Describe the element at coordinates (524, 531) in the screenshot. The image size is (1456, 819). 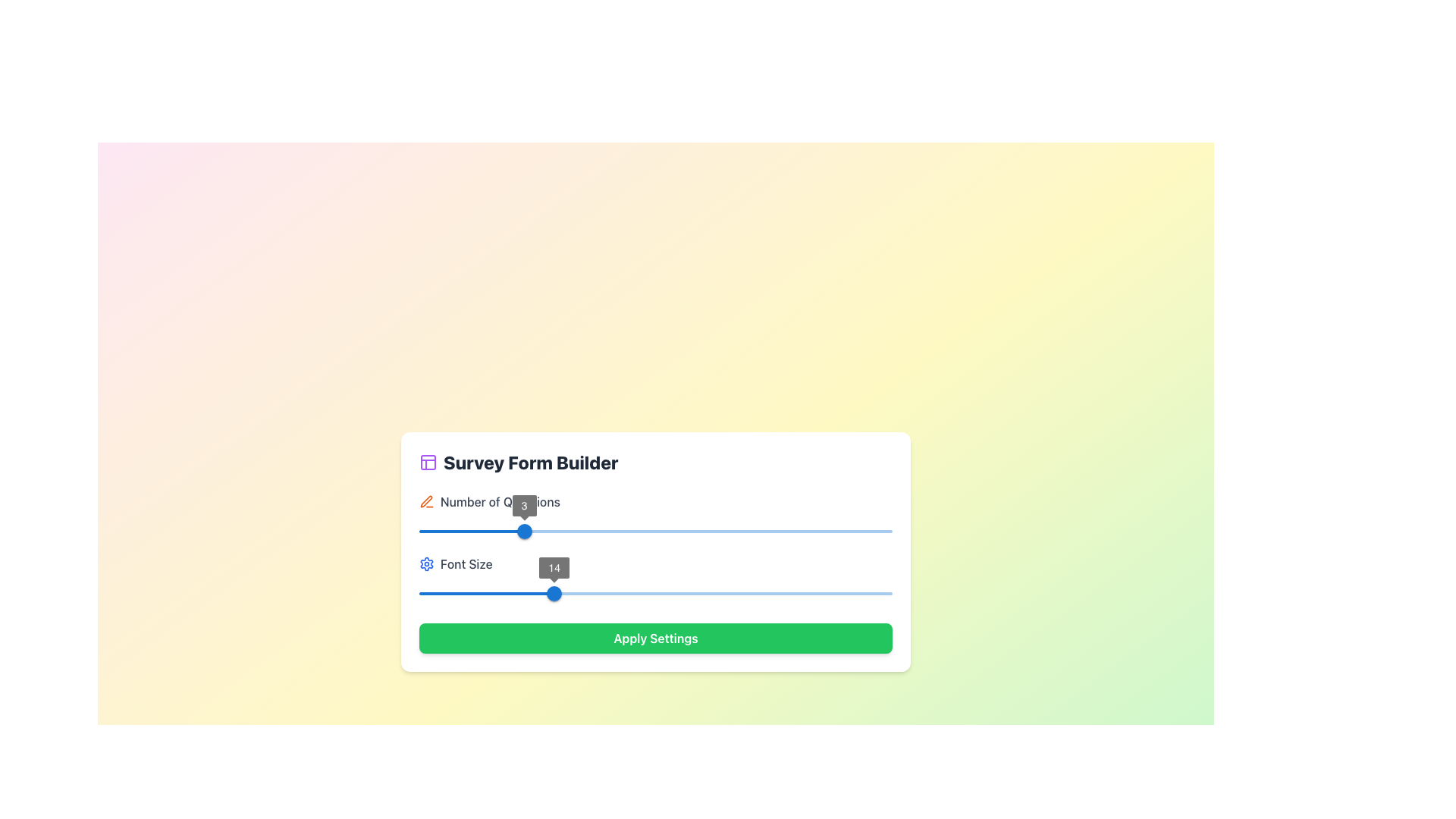
I see `the number of questions` at that location.